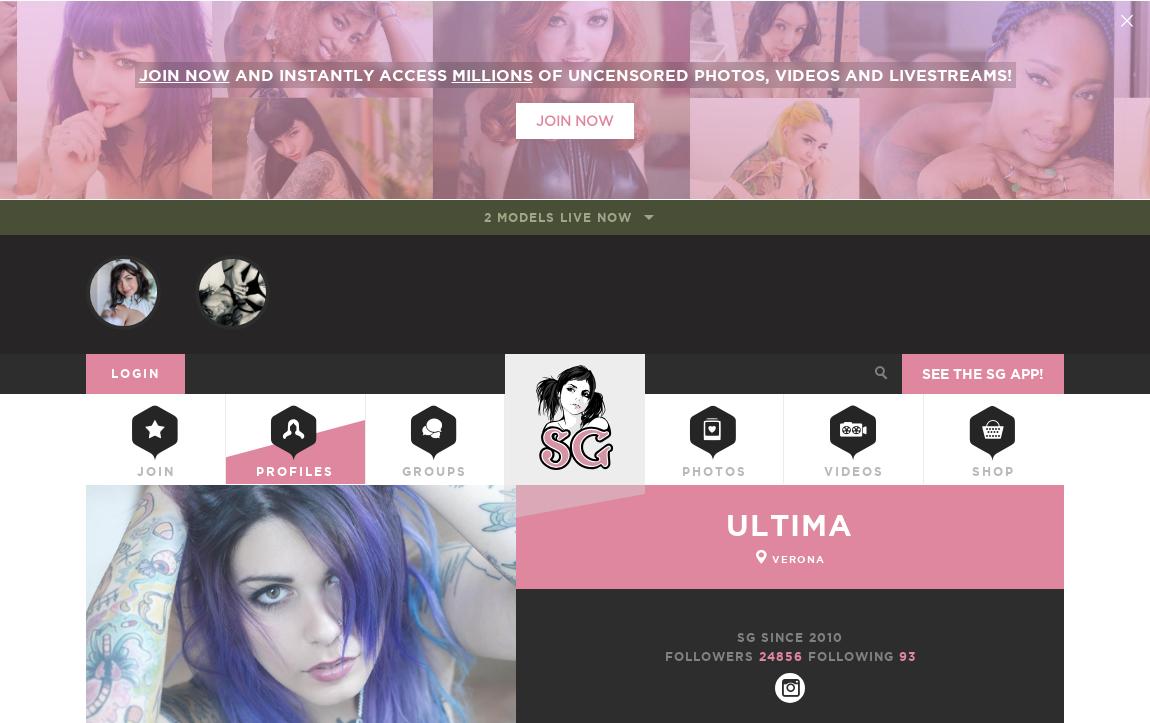 This screenshot has width=1150, height=723. I want to click on '2 models
        live now', so click(557, 217).